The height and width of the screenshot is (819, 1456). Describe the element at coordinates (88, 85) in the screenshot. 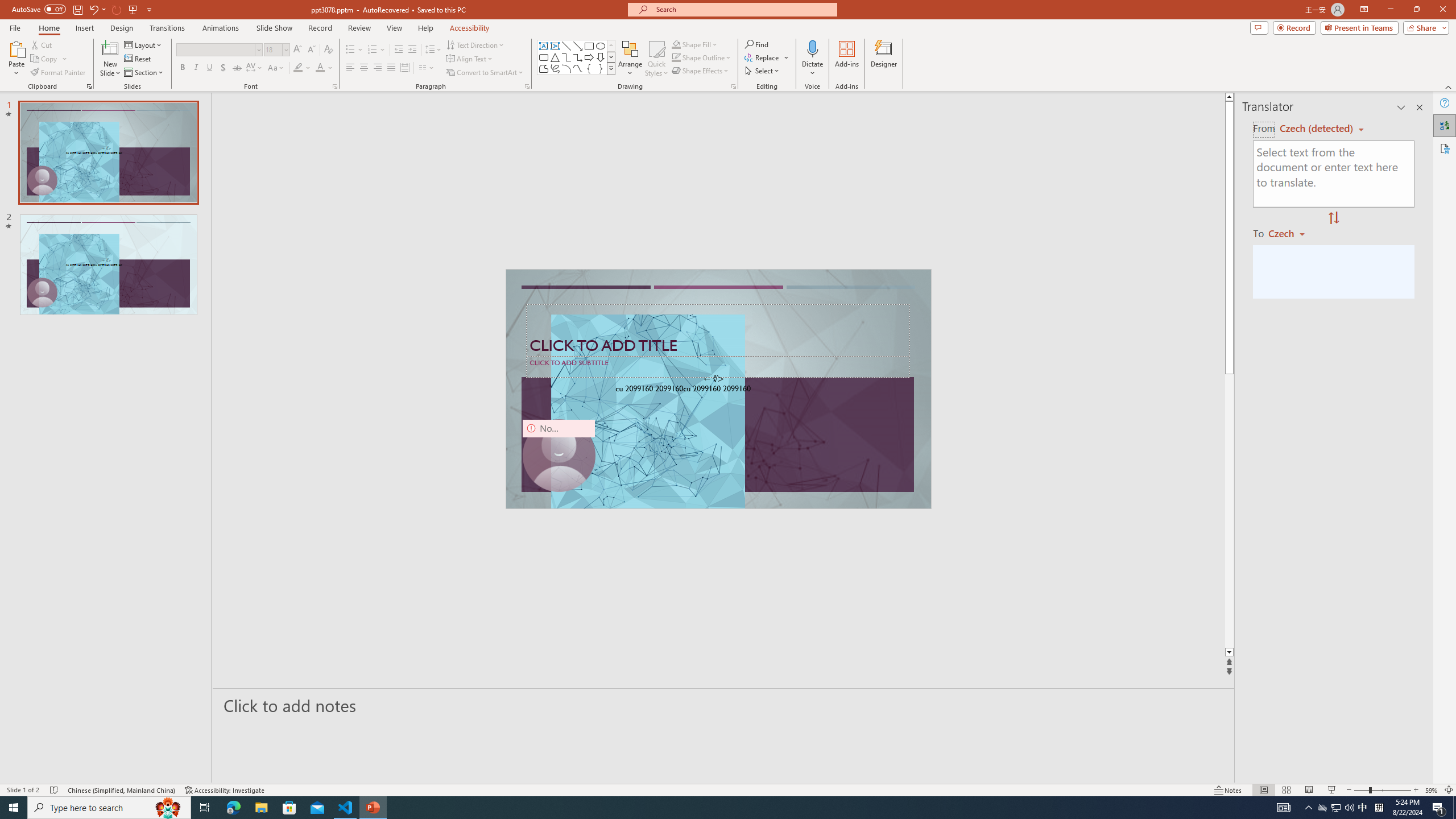

I see `'Office Clipboard...'` at that location.